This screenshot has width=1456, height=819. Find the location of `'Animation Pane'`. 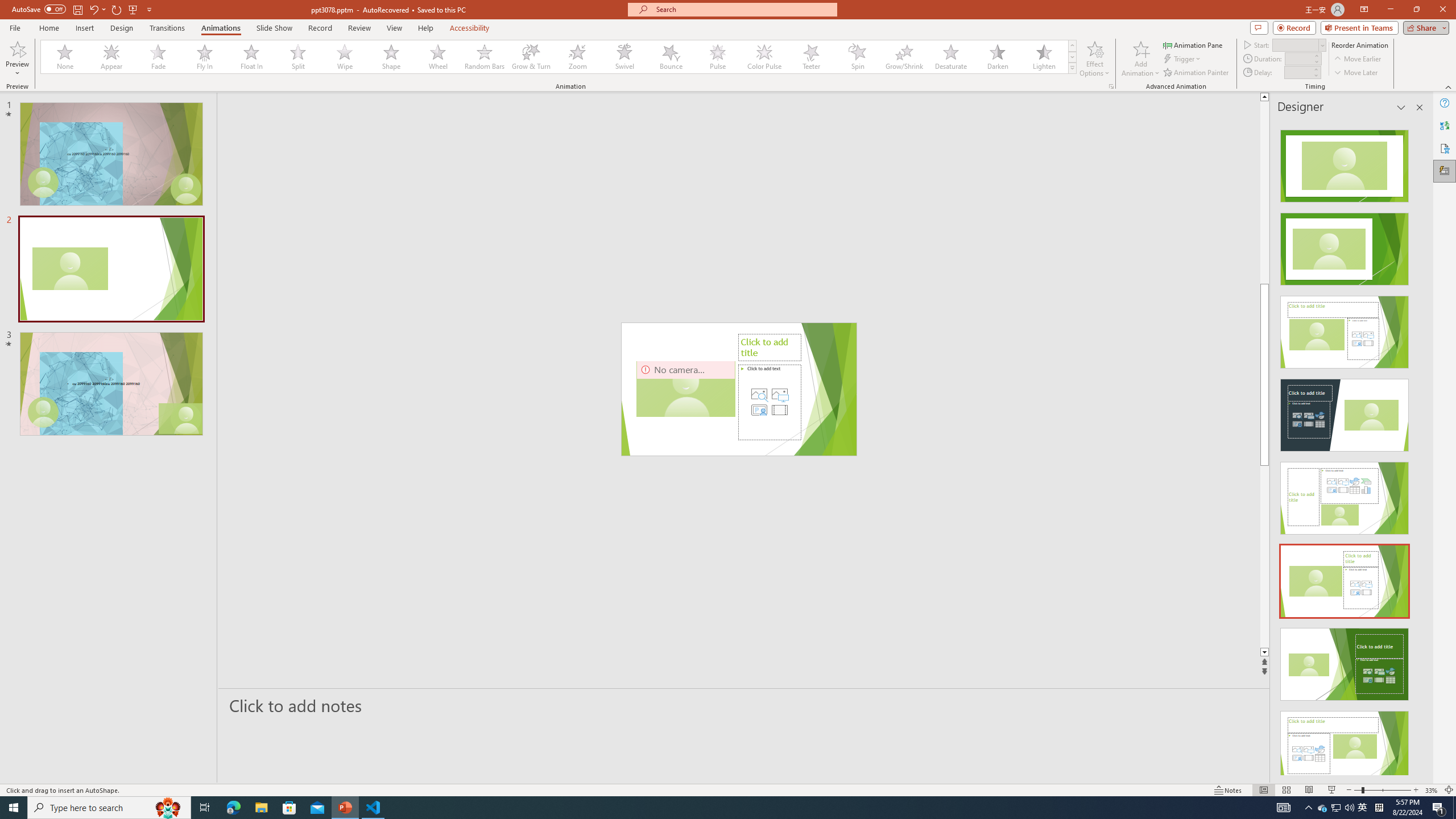

'Animation Pane' is located at coordinates (1194, 44).